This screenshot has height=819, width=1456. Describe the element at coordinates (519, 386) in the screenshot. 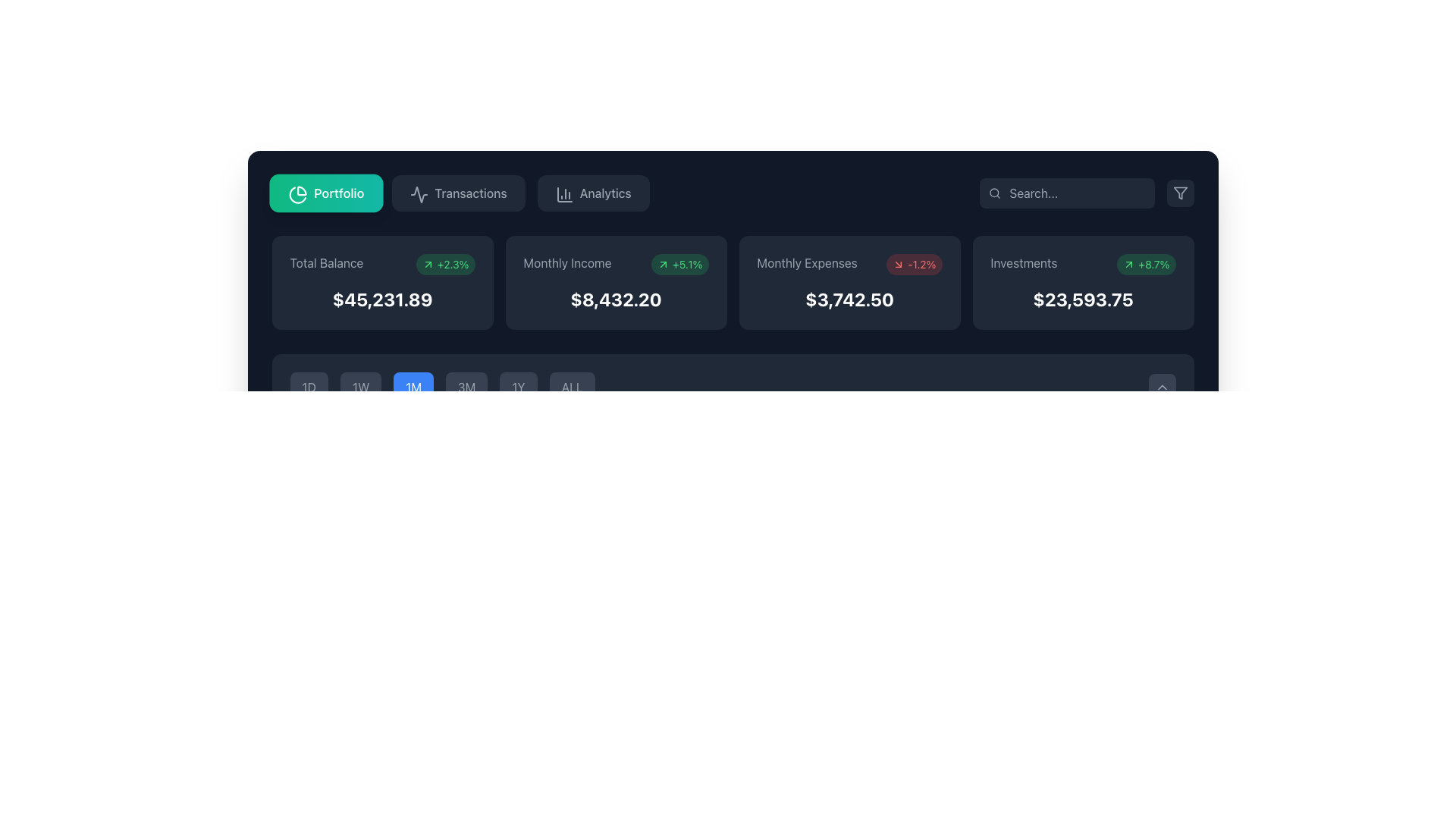

I see `the rectangular button displaying '1Y' in light gray on a dark gray background` at that location.